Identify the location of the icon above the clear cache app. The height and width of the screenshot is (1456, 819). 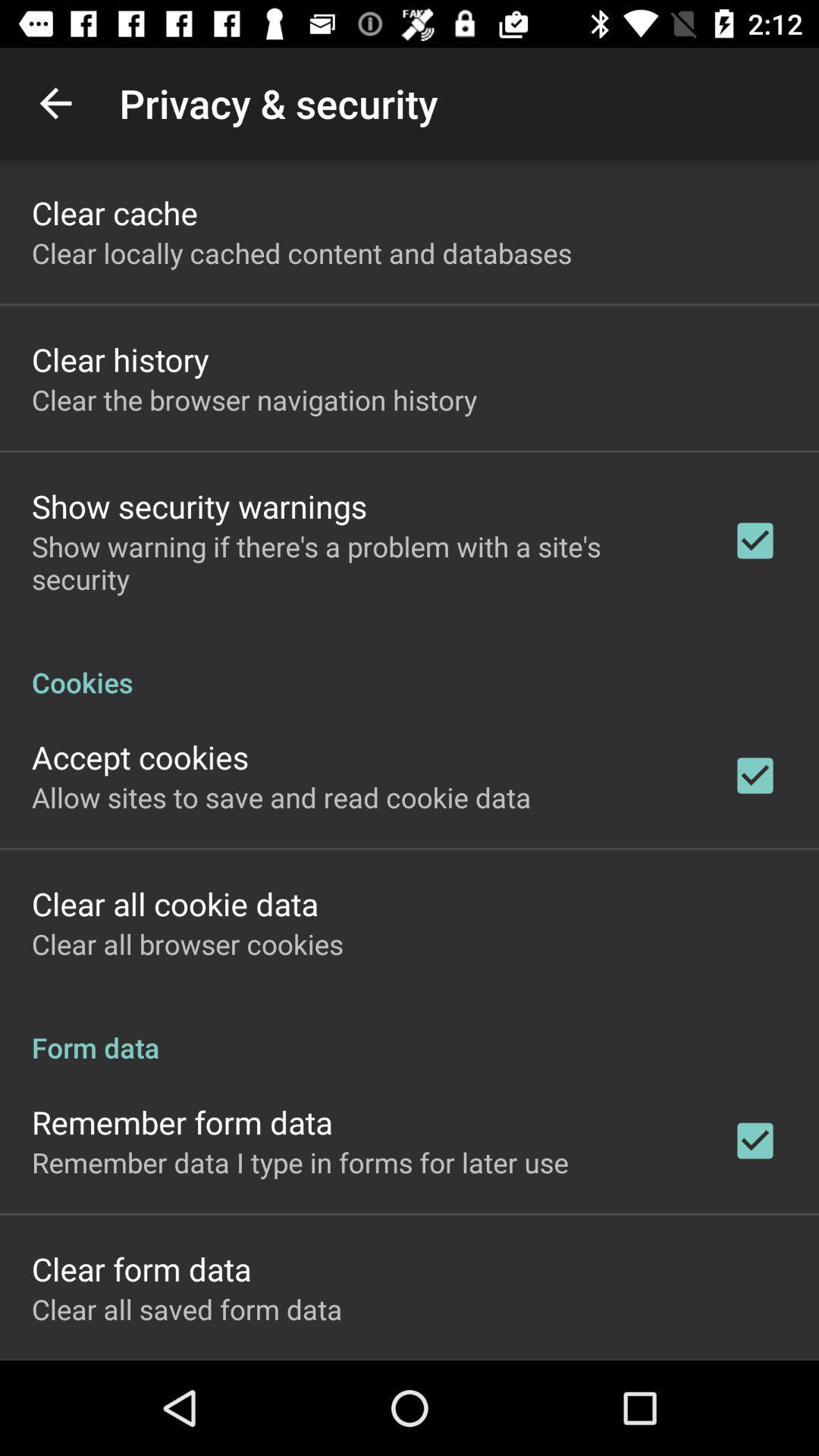
(55, 102).